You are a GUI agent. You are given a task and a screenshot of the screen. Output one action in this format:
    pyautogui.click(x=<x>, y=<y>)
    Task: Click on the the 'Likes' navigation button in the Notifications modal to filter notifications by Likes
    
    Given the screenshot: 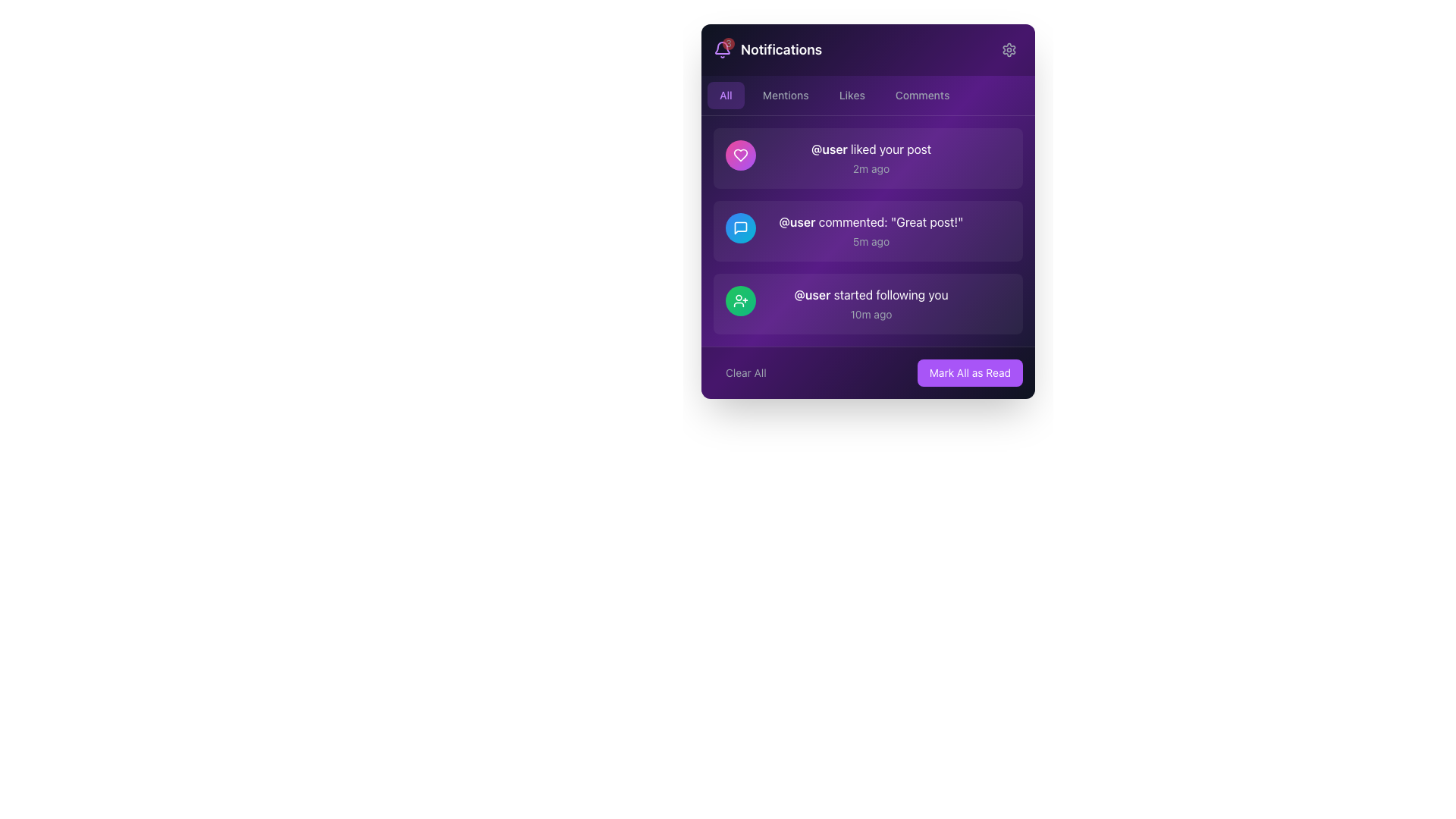 What is the action you would take?
    pyautogui.click(x=852, y=96)
    